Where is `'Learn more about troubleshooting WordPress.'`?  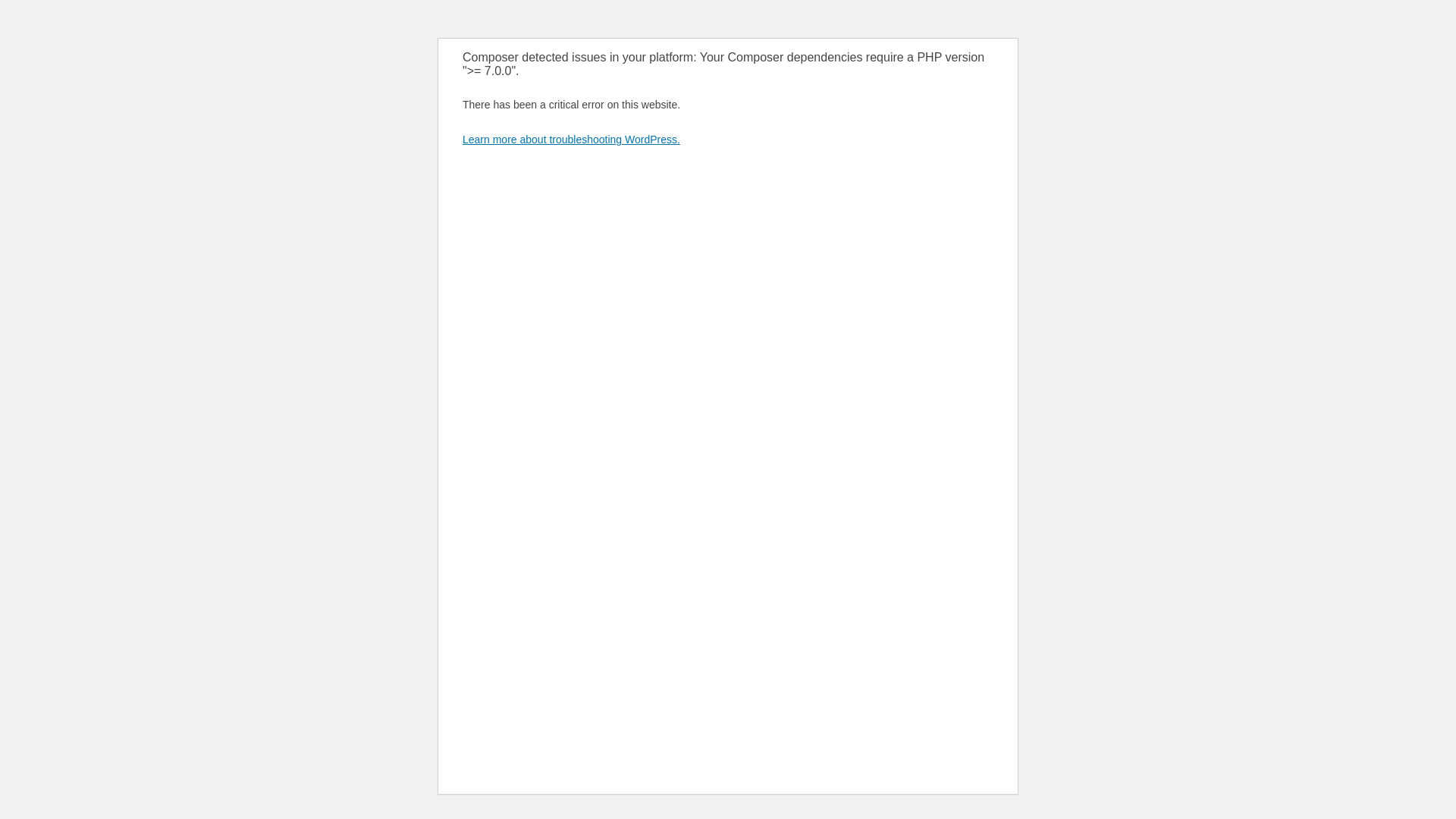
'Learn more about troubleshooting WordPress.' is located at coordinates (570, 140).